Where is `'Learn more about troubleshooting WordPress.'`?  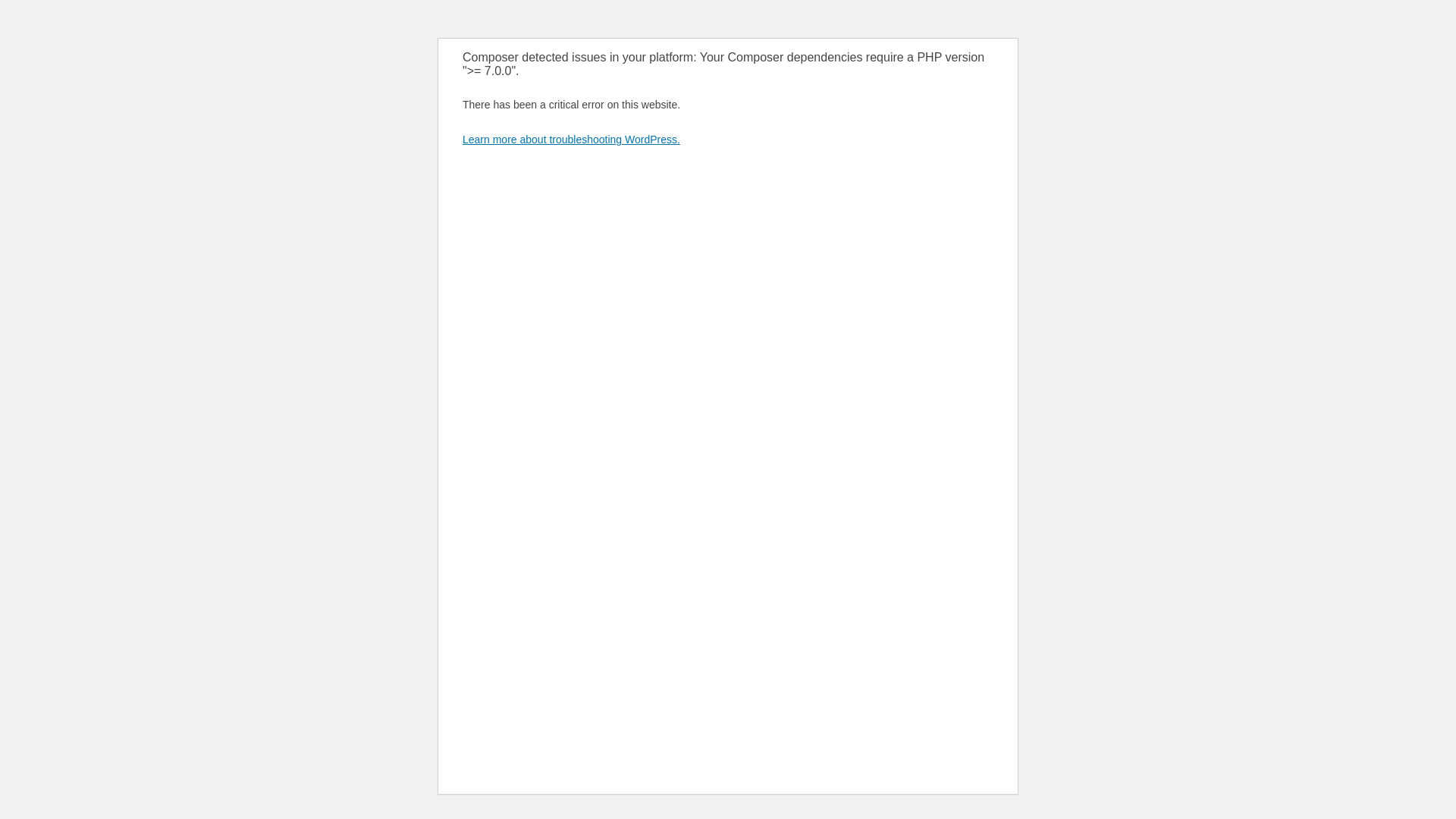
'Learn more about troubleshooting WordPress.' is located at coordinates (570, 140).